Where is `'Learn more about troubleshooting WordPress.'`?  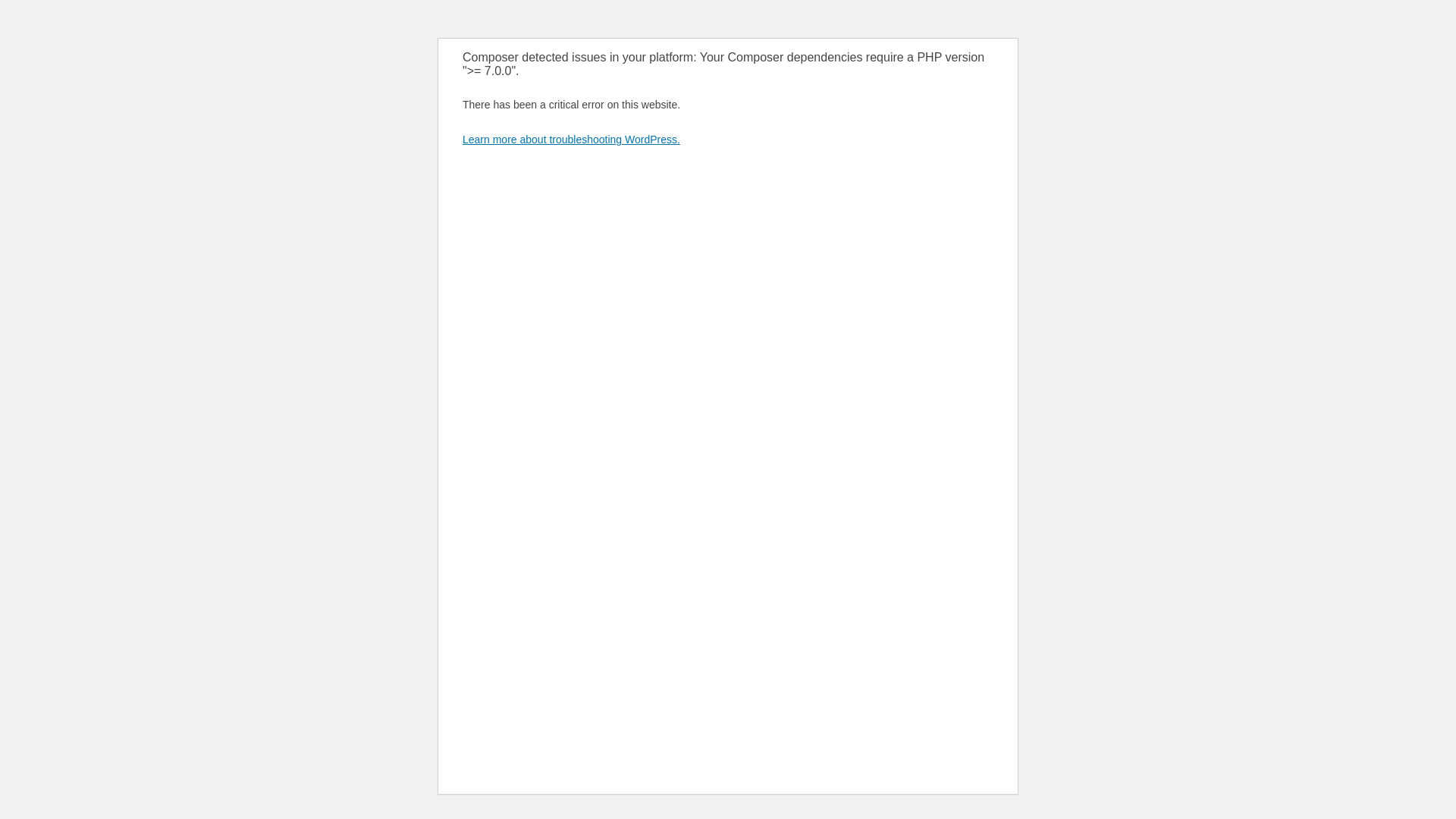
'Learn more about troubleshooting WordPress.' is located at coordinates (570, 140).